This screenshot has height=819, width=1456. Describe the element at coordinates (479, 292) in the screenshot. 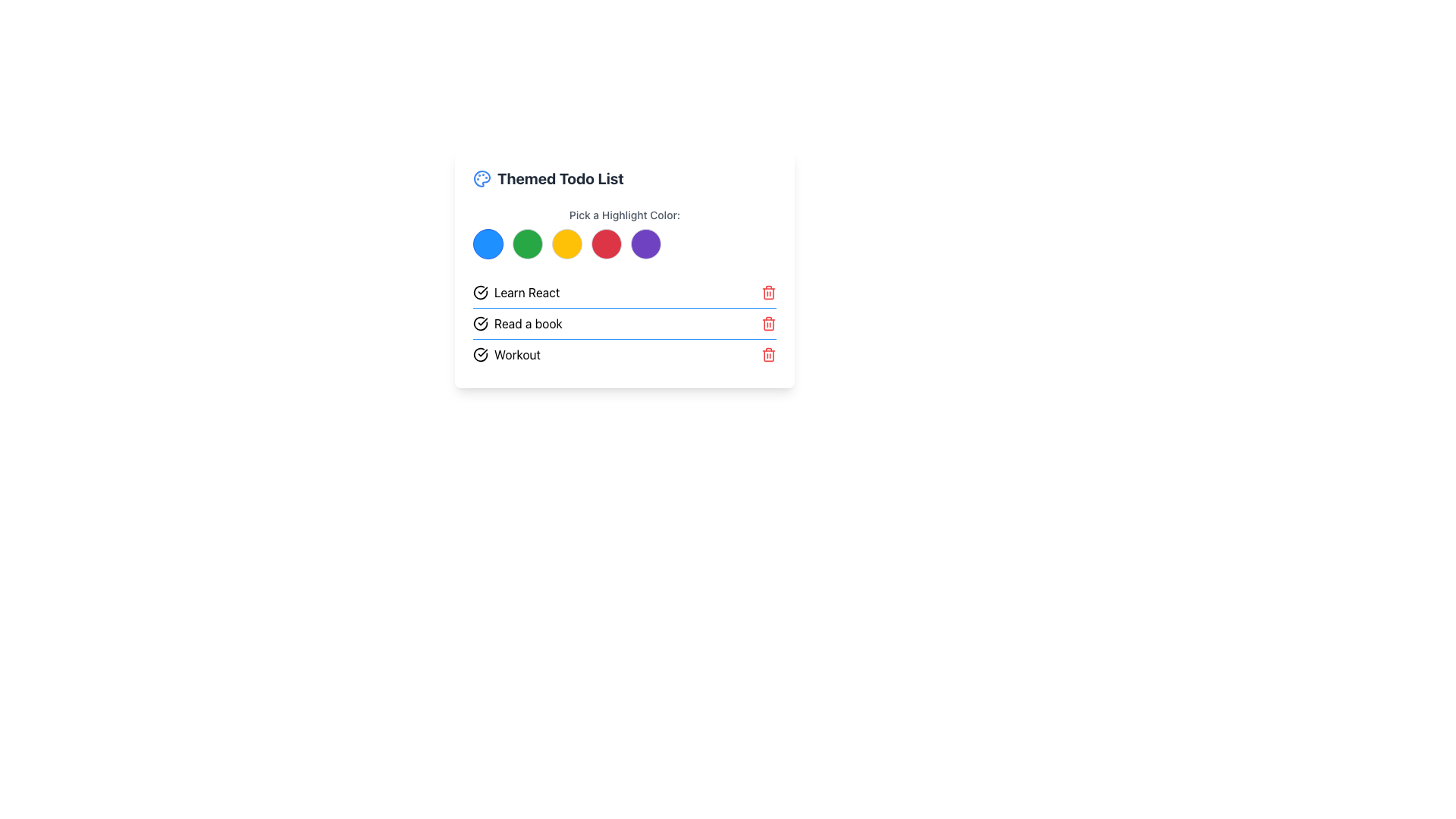

I see `the completion status by interacting with the circular blue checkmark icon located to the left of the text 'Learn React' in the first row of the 'Themed Todo List' section` at that location.